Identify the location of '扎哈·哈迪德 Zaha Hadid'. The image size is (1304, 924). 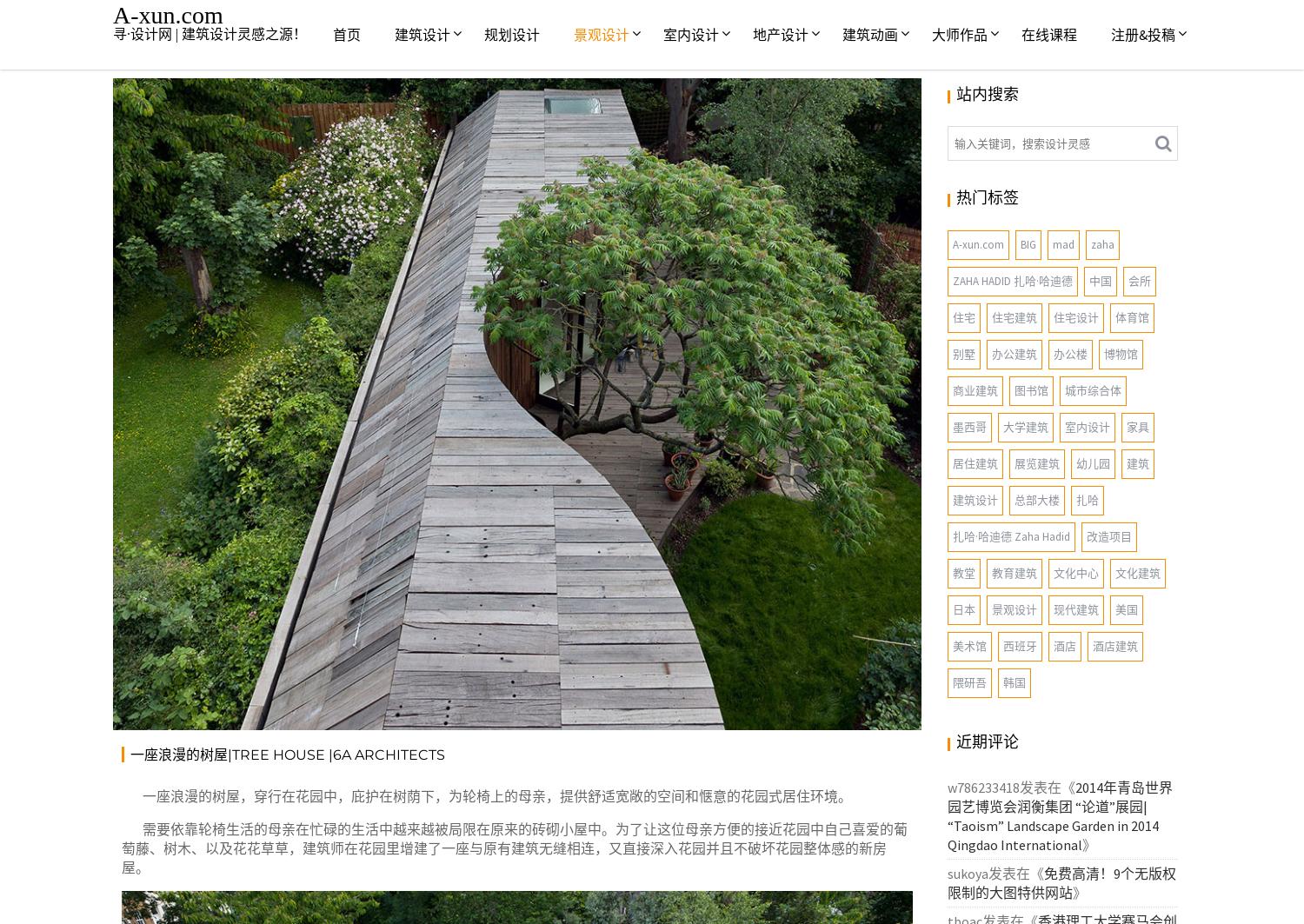
(1011, 535).